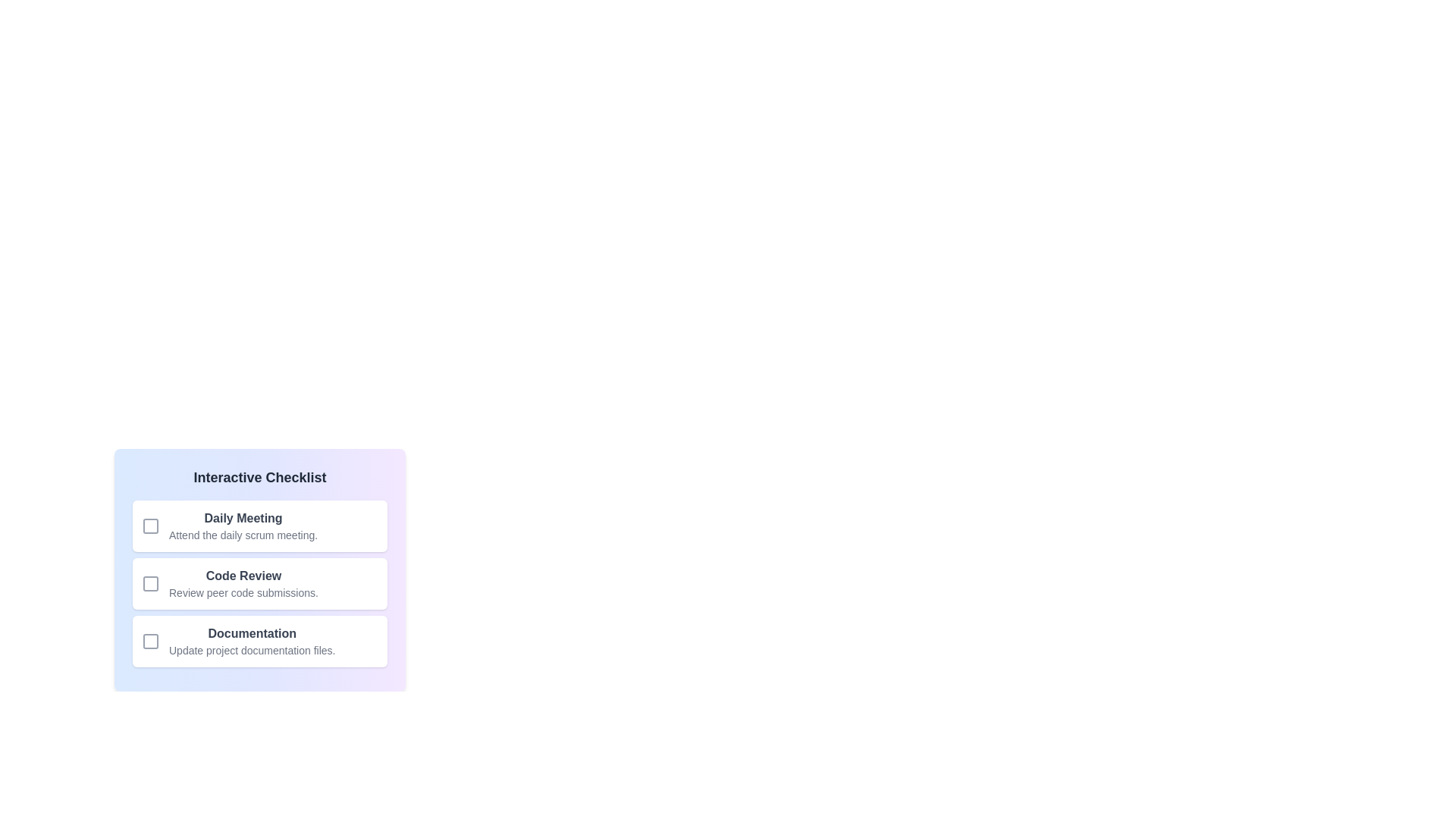 The height and width of the screenshot is (819, 1456). I want to click on text label that reads 'Update project documentation files.' located beneath the bold title 'Documentation' within the third card of checklist items, so click(252, 649).